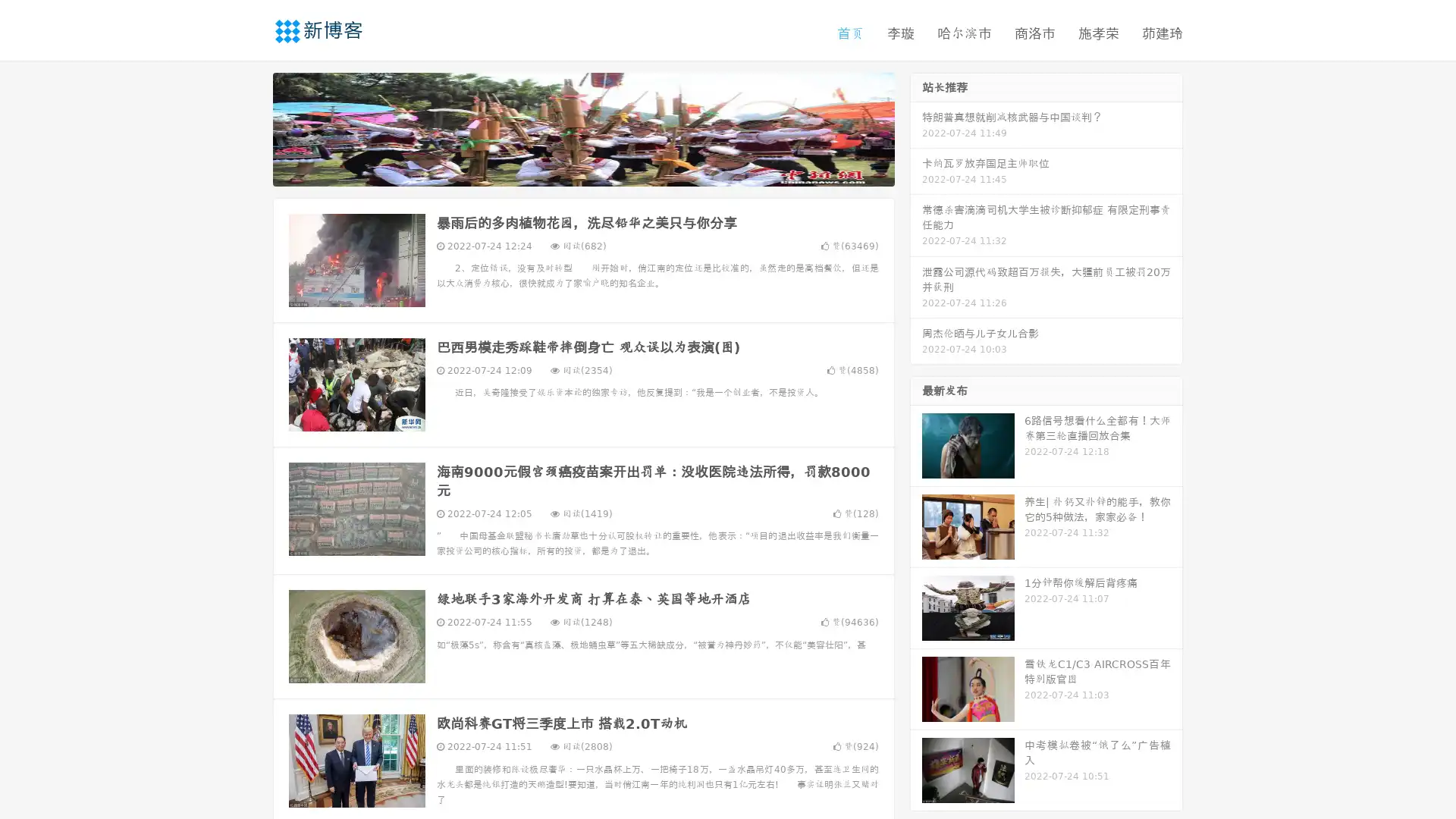  I want to click on Next slide, so click(916, 127).